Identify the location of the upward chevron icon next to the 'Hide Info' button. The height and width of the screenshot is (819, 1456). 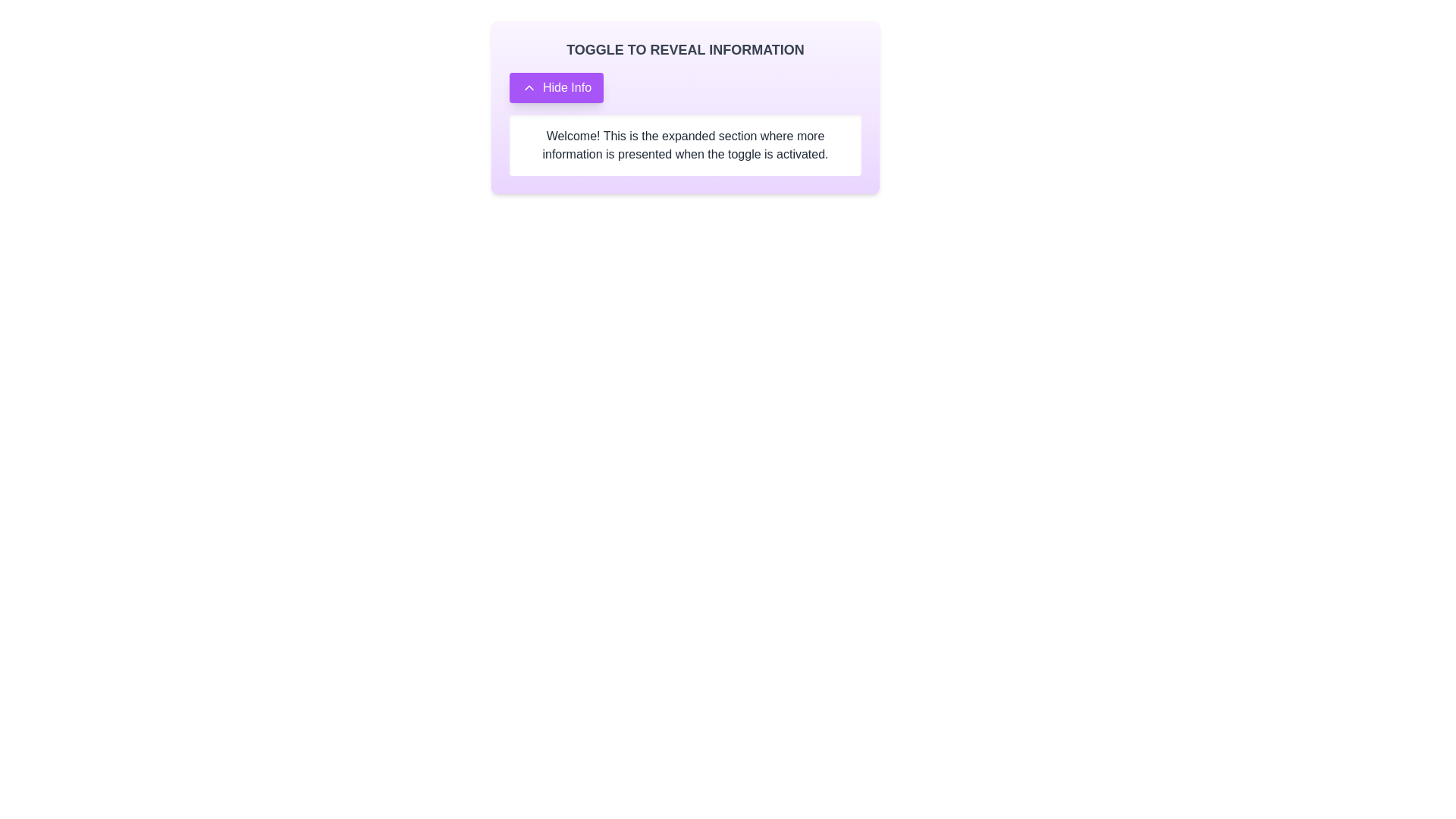
(529, 87).